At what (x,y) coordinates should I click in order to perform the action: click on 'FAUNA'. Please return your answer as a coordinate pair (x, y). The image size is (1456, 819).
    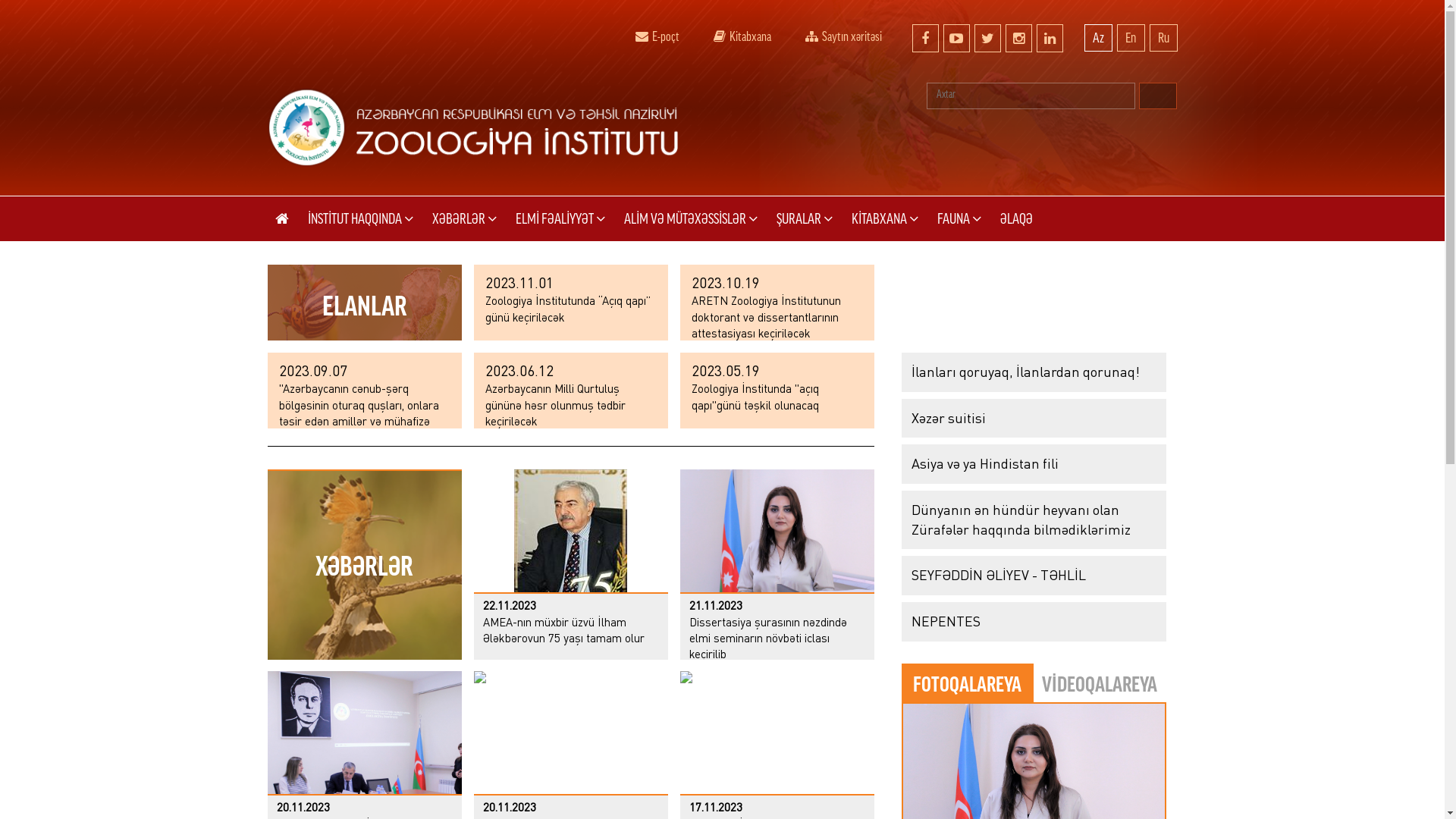
    Looking at the image, I should click on (959, 218).